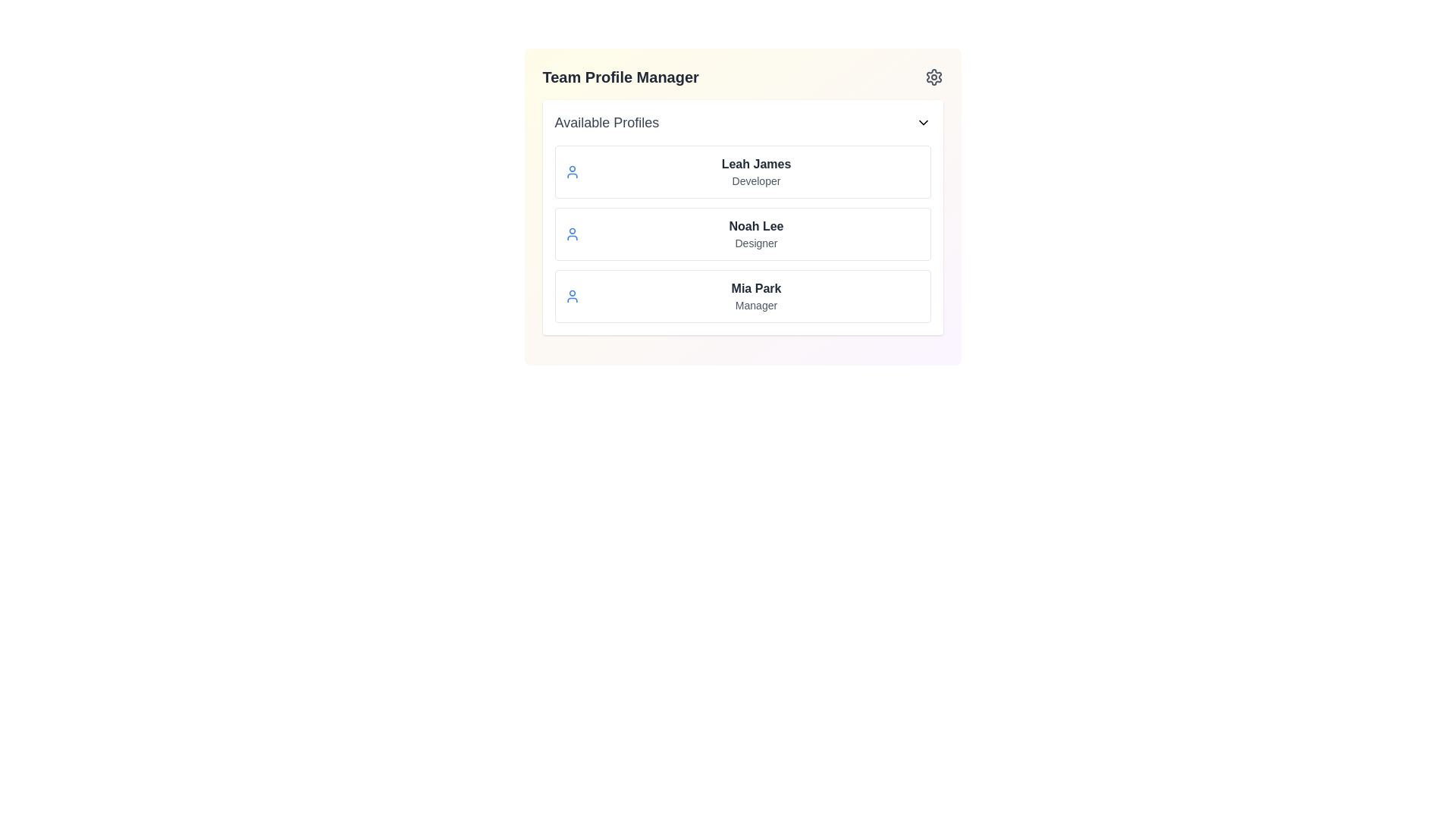 This screenshot has width=1456, height=819. Describe the element at coordinates (742, 207) in the screenshot. I see `the panel containing the list of profile-related items with a gradient background, which includes headers like 'Team Profile Manager' and 'Available Profiles,'` at that location.